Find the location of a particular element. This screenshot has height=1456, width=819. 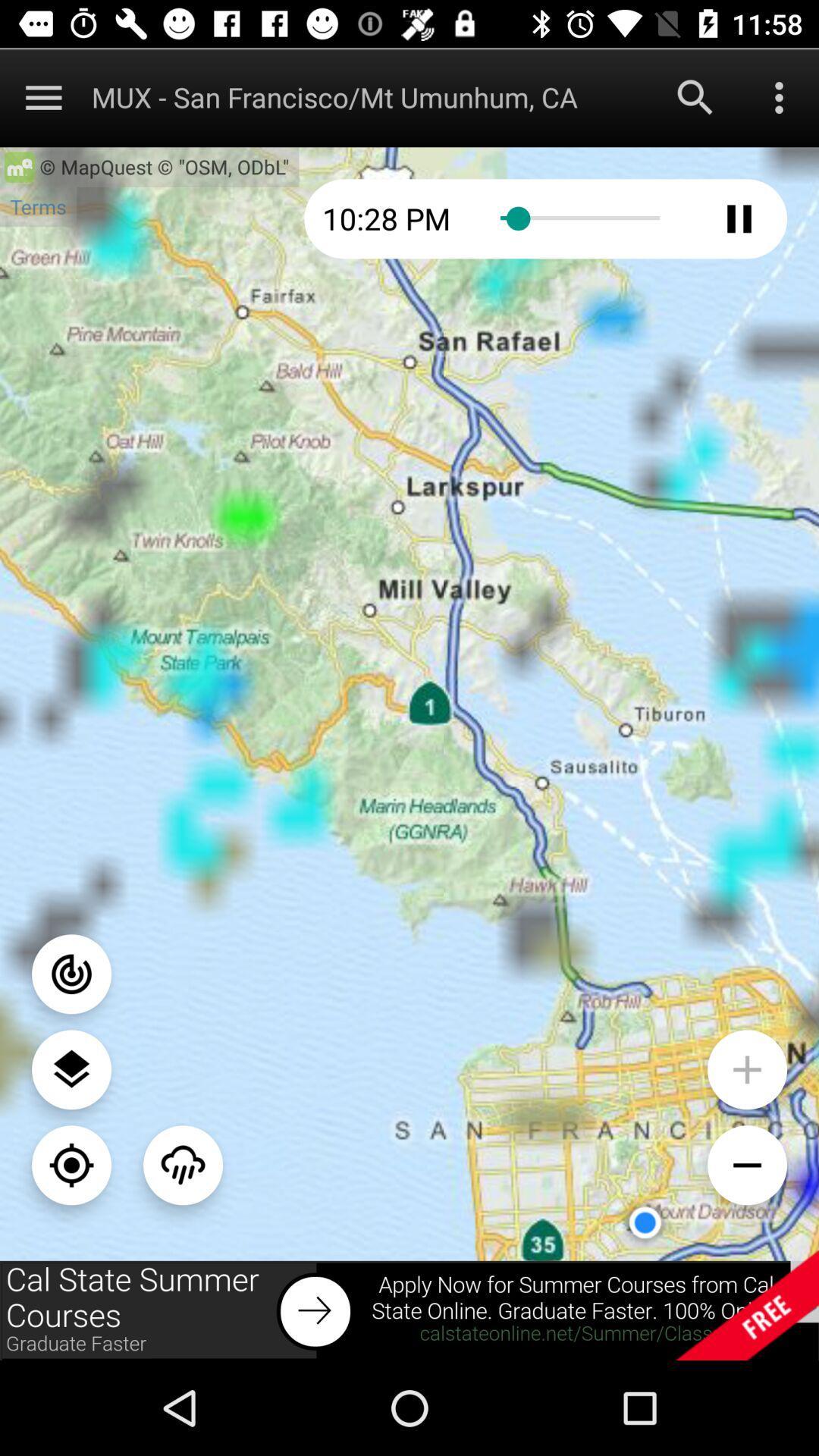

the home icon is located at coordinates (20, 167).